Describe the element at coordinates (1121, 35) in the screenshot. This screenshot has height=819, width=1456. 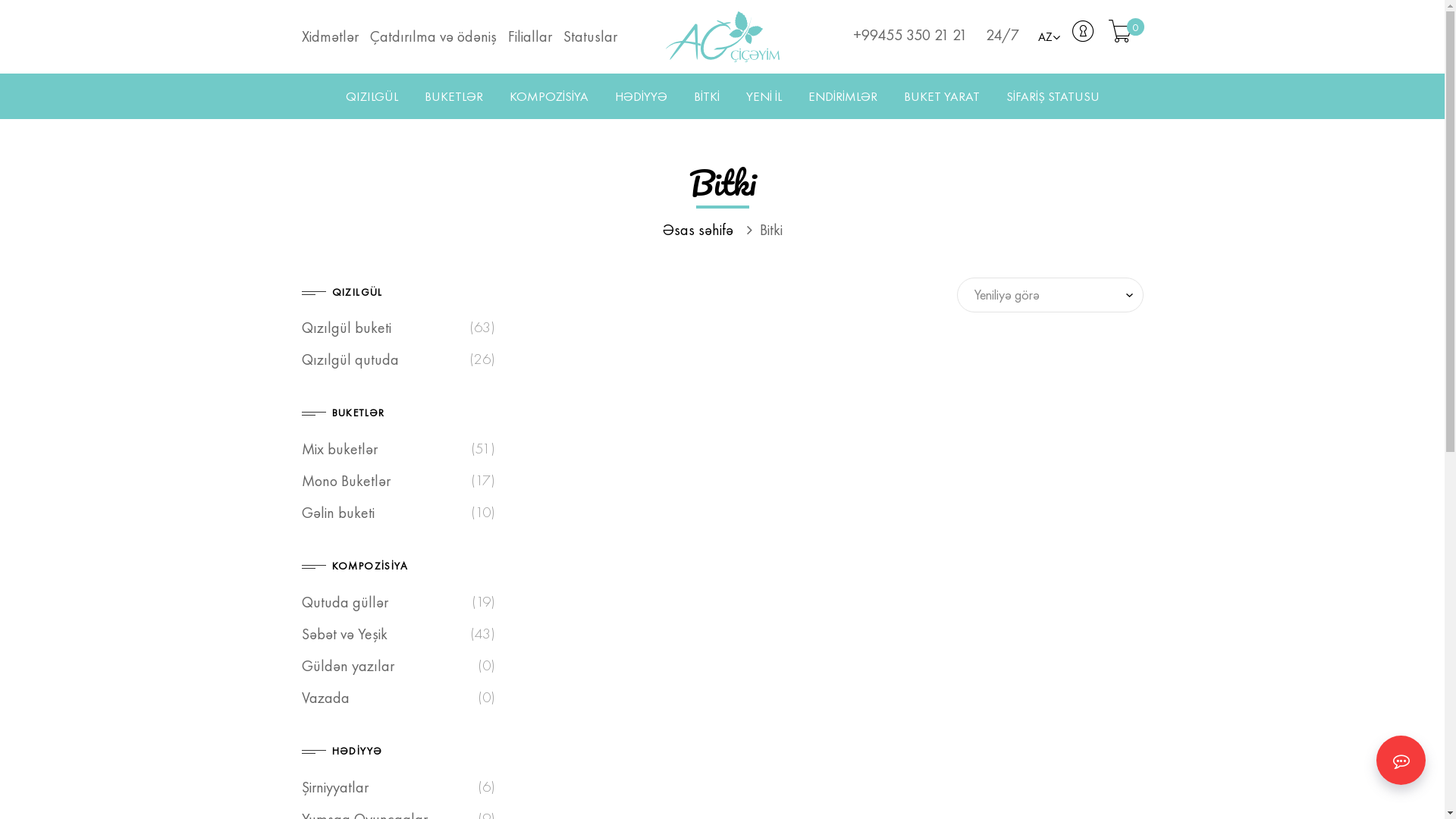
I see `'0'` at that location.